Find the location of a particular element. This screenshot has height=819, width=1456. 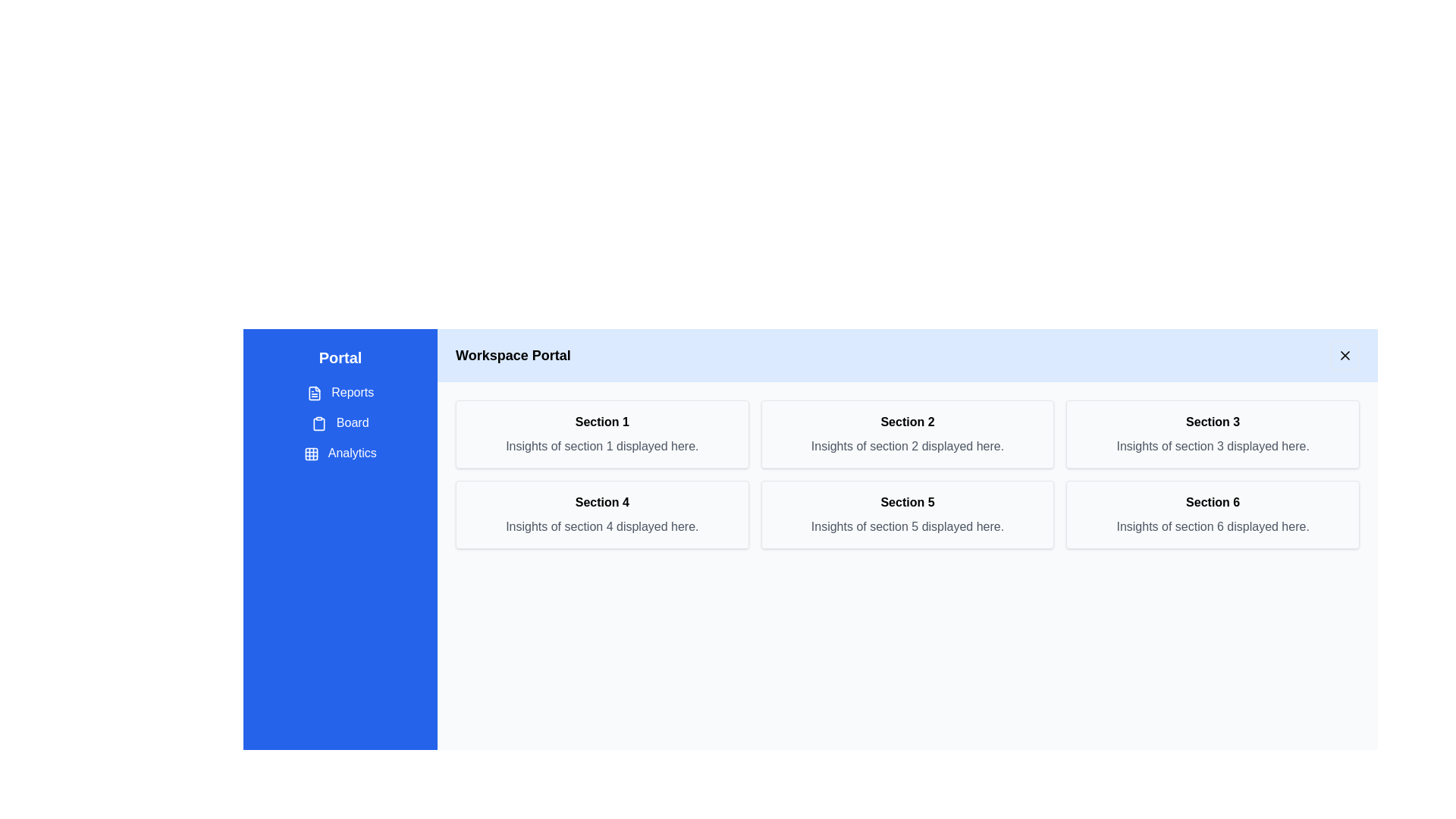

the 'Board' hyperlink with a clipboard icon in the sidebar menu is located at coordinates (340, 423).